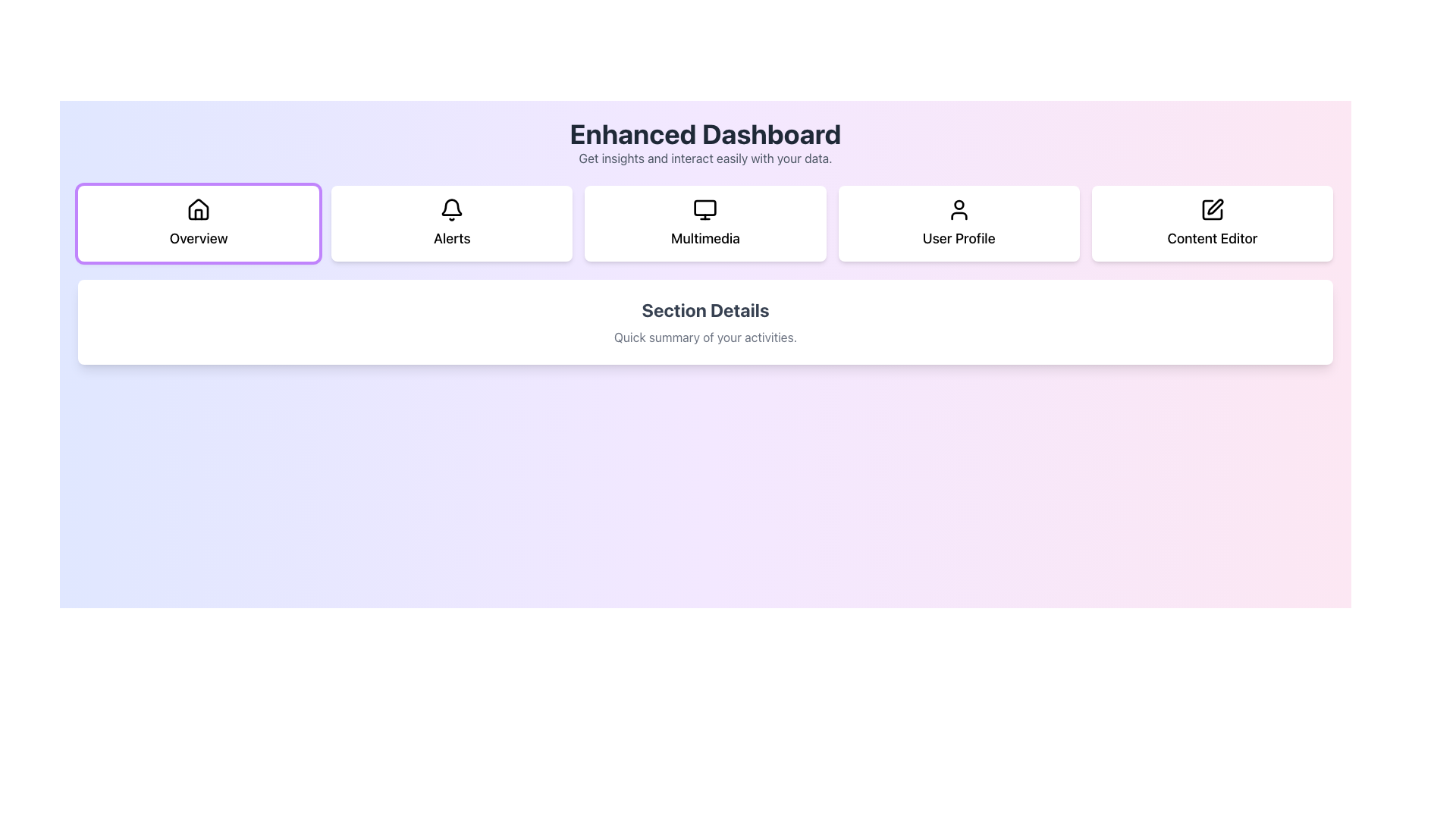  What do you see at coordinates (704, 336) in the screenshot?
I see `the text element styled in thin, gray font reading 'Quick summary of your activities.', located directly below the bolded text 'Section Details'` at bounding box center [704, 336].